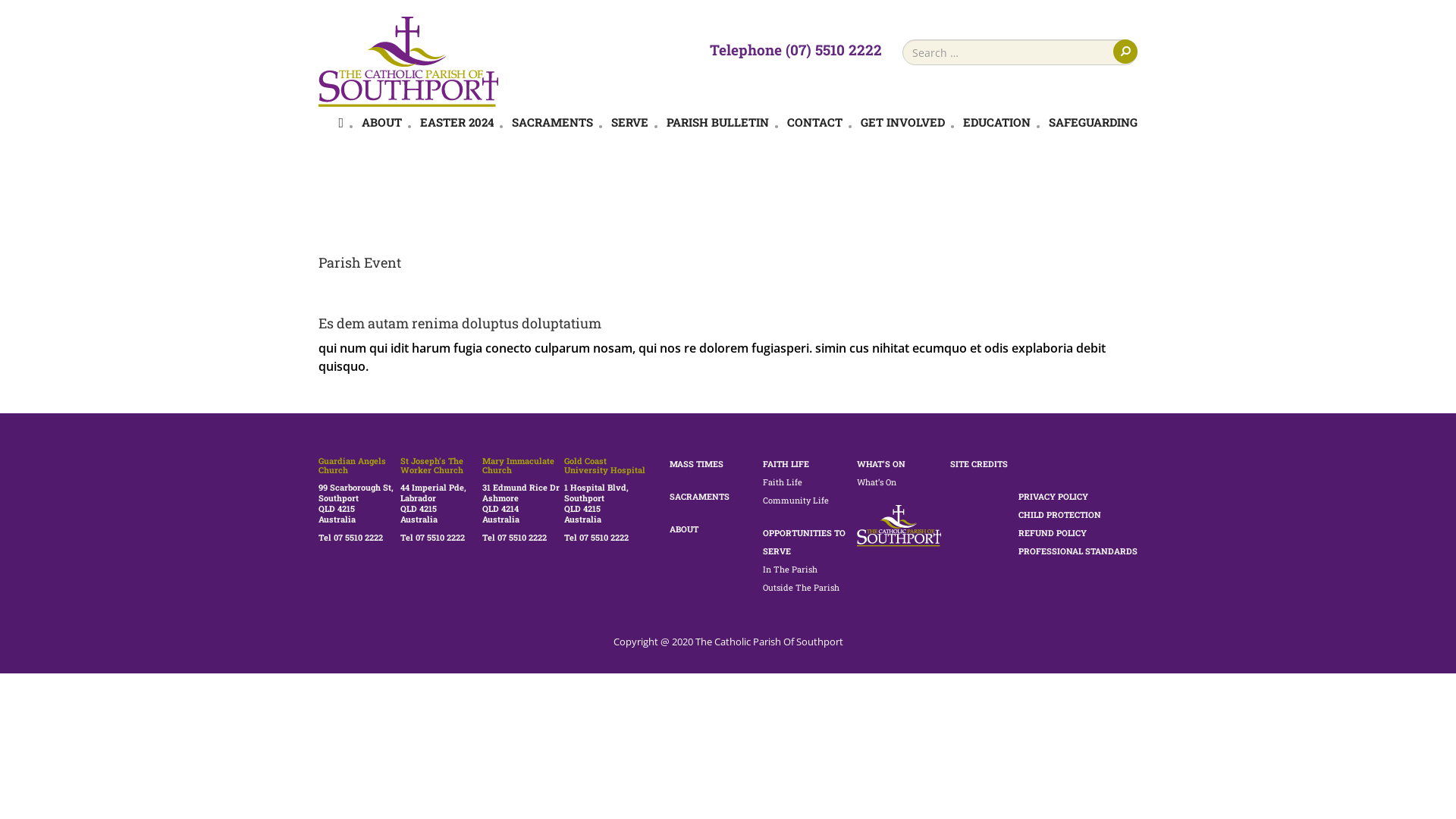  I want to click on 'GET INVOLVED', so click(902, 121).